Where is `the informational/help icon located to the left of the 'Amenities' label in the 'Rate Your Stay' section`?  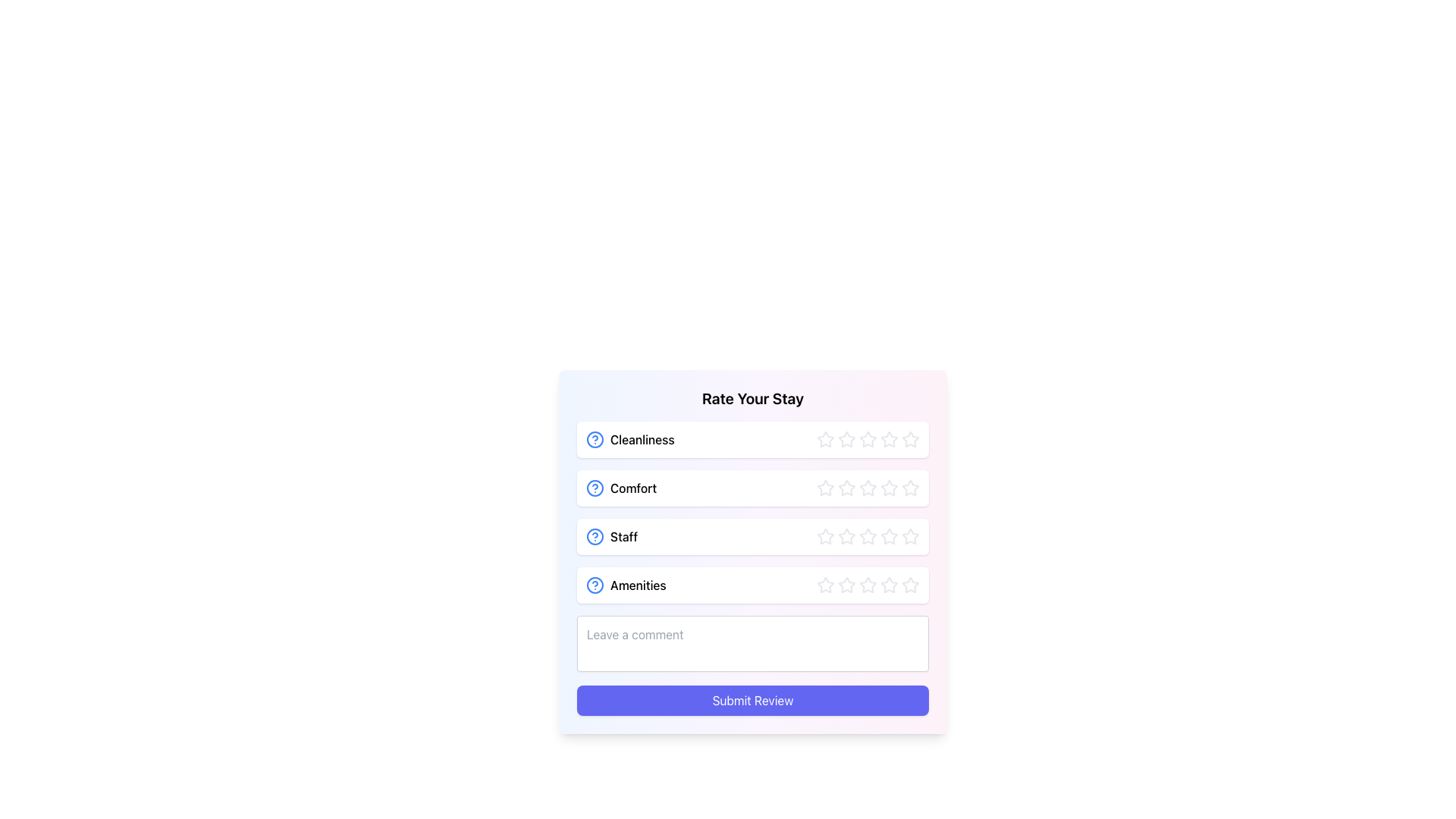 the informational/help icon located to the left of the 'Amenities' label in the 'Rate Your Stay' section is located at coordinates (595, 584).